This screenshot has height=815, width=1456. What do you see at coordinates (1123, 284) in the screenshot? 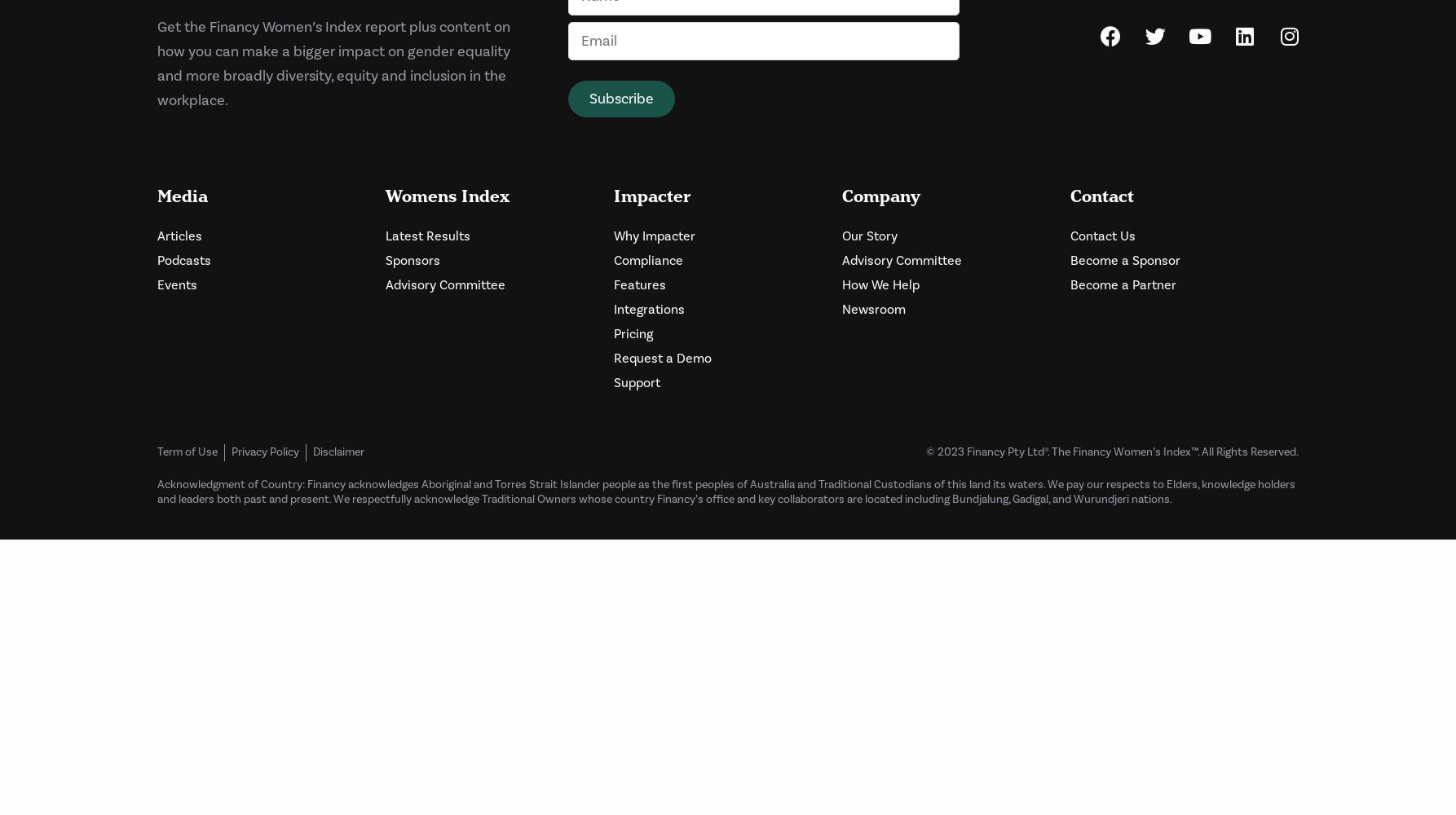
I see `'Become a Partner'` at bounding box center [1123, 284].